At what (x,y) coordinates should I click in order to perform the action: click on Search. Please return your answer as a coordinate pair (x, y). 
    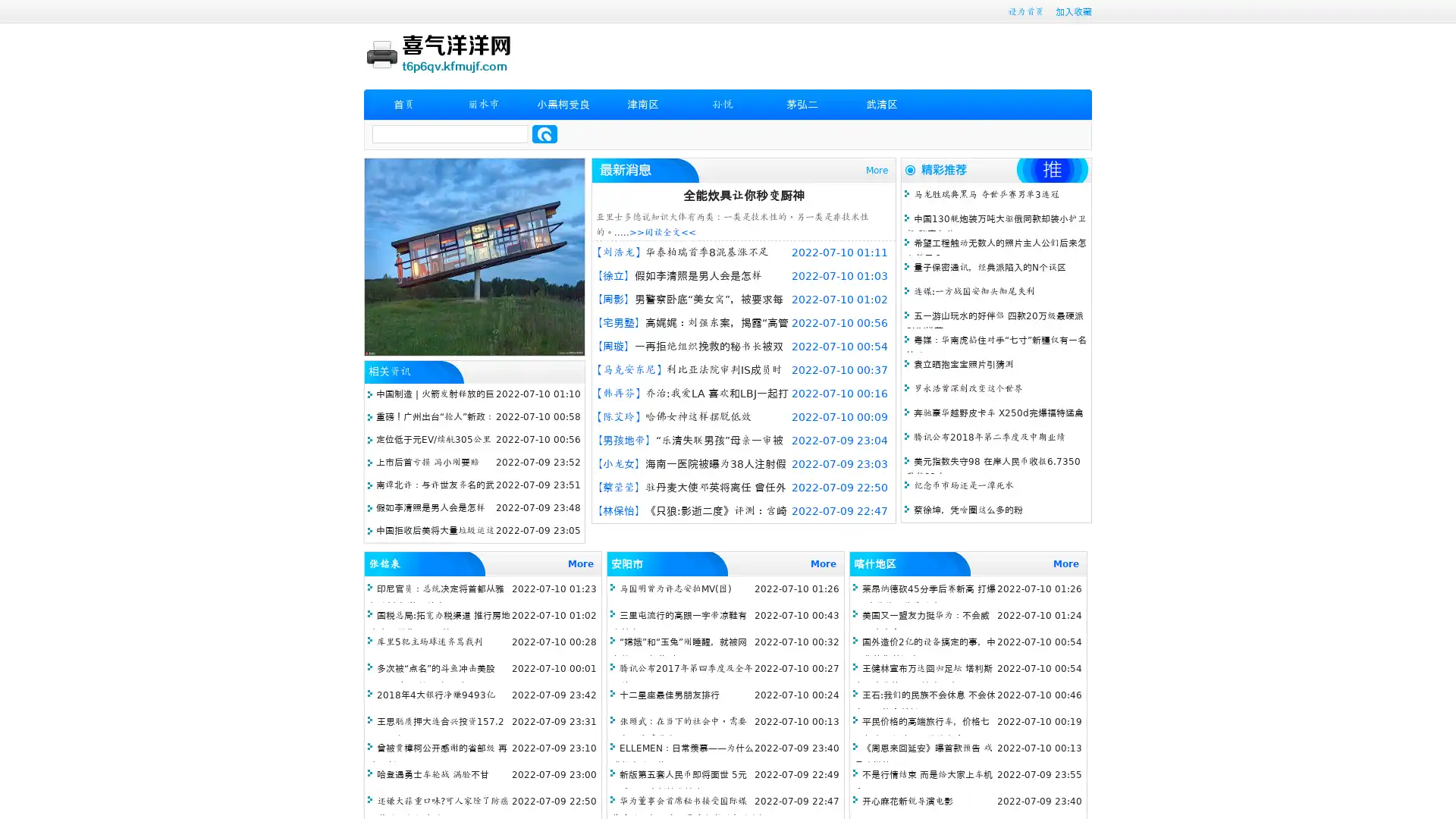
    Looking at the image, I should click on (544, 133).